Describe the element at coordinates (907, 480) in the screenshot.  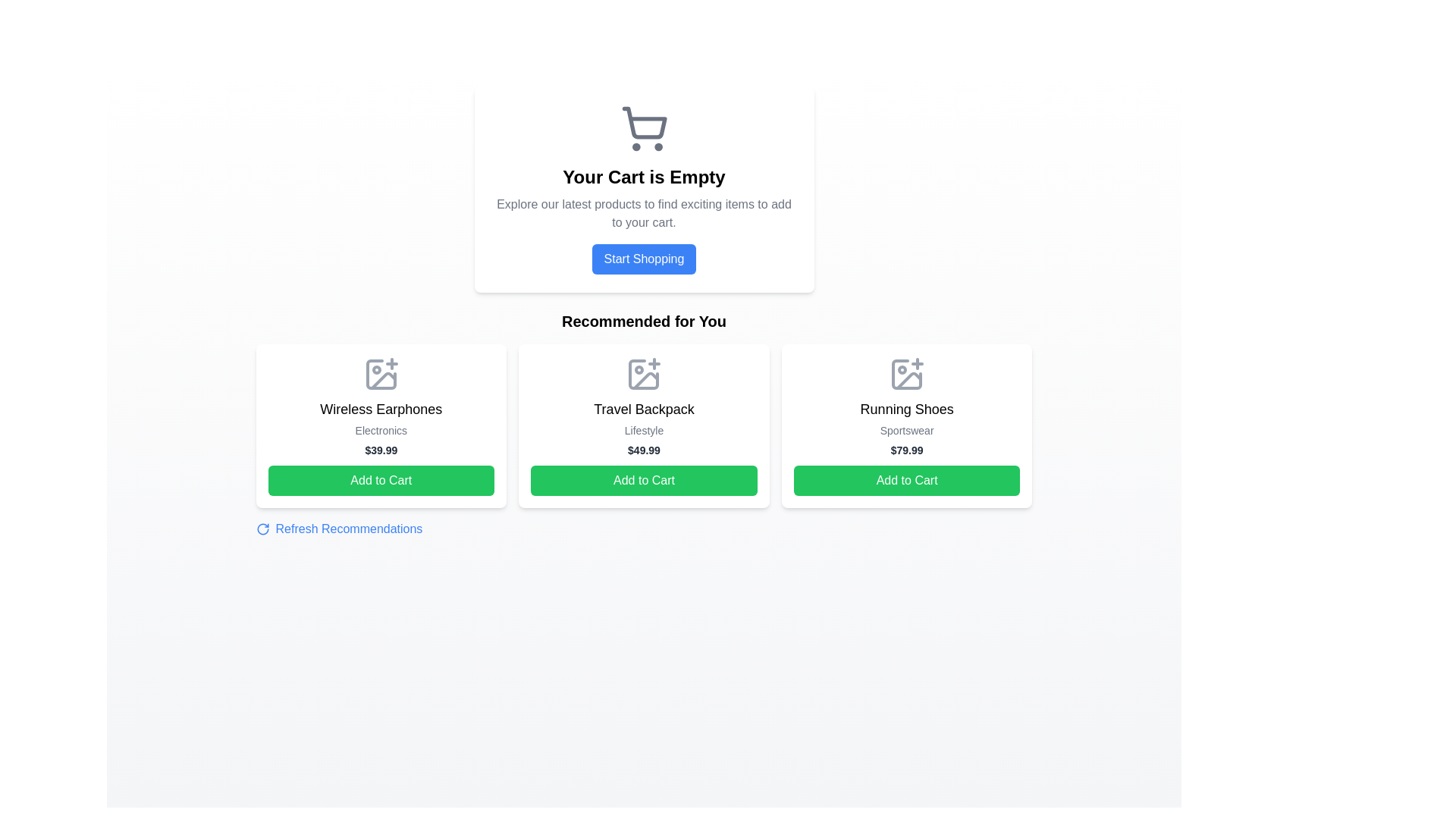
I see `the 'Add to Cart' button for 'Running Shoes' located in the third card from the left, positioned below the price '$79.99'` at that location.